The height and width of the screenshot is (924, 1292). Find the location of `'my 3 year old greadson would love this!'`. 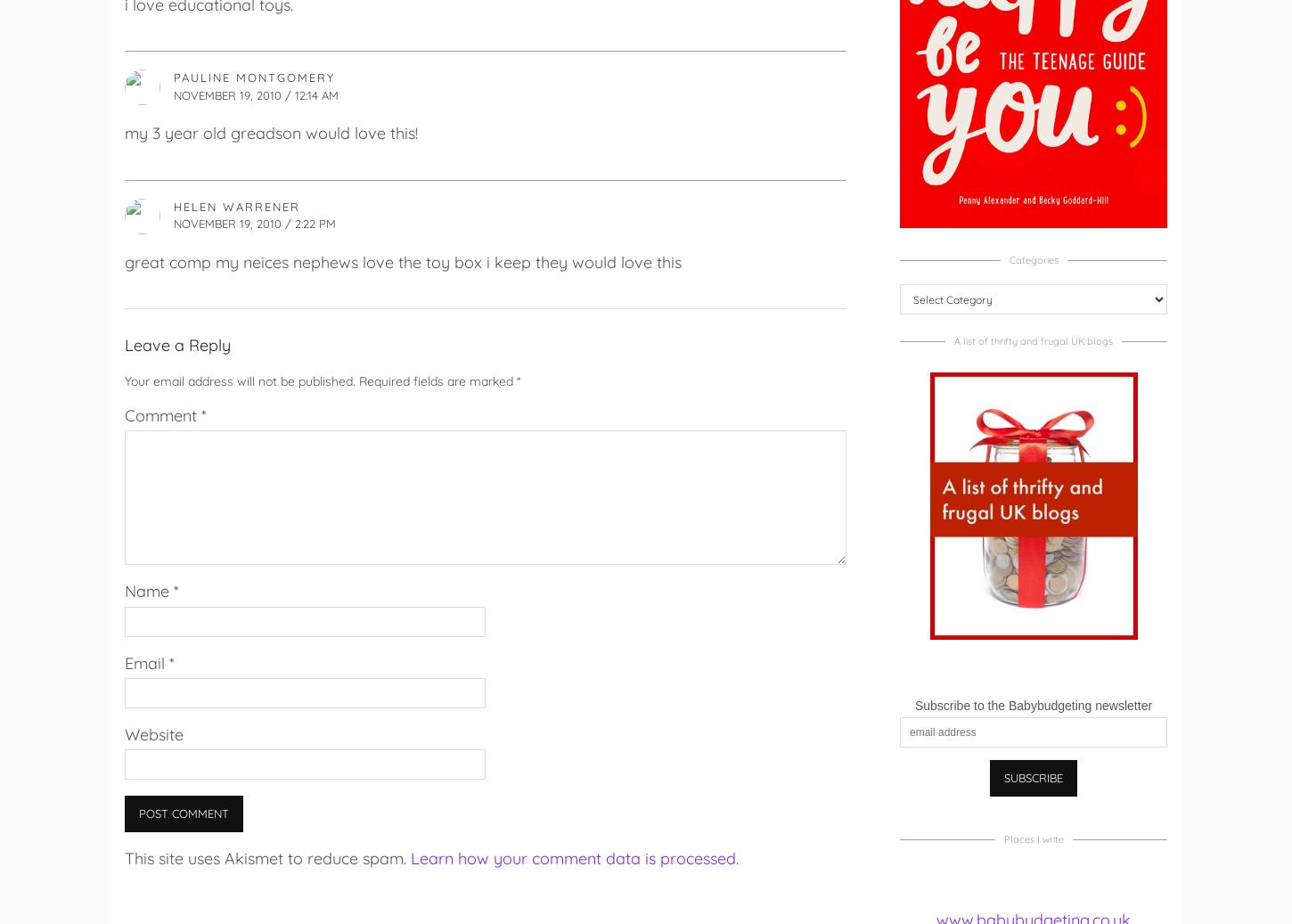

'my 3 year old greadson would love this!' is located at coordinates (124, 132).